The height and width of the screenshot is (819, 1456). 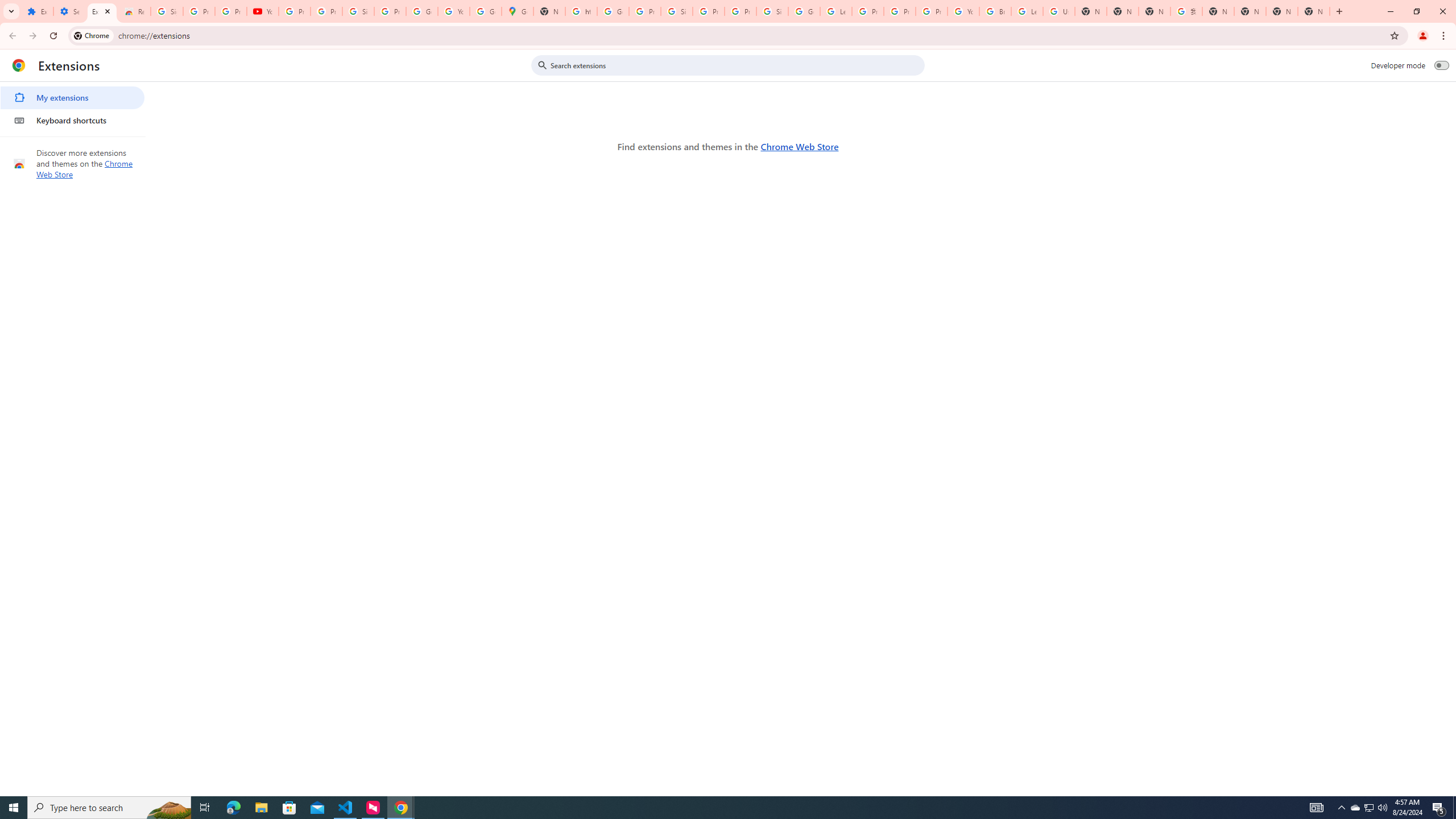 I want to click on 'Settings', so click(x=69, y=11).